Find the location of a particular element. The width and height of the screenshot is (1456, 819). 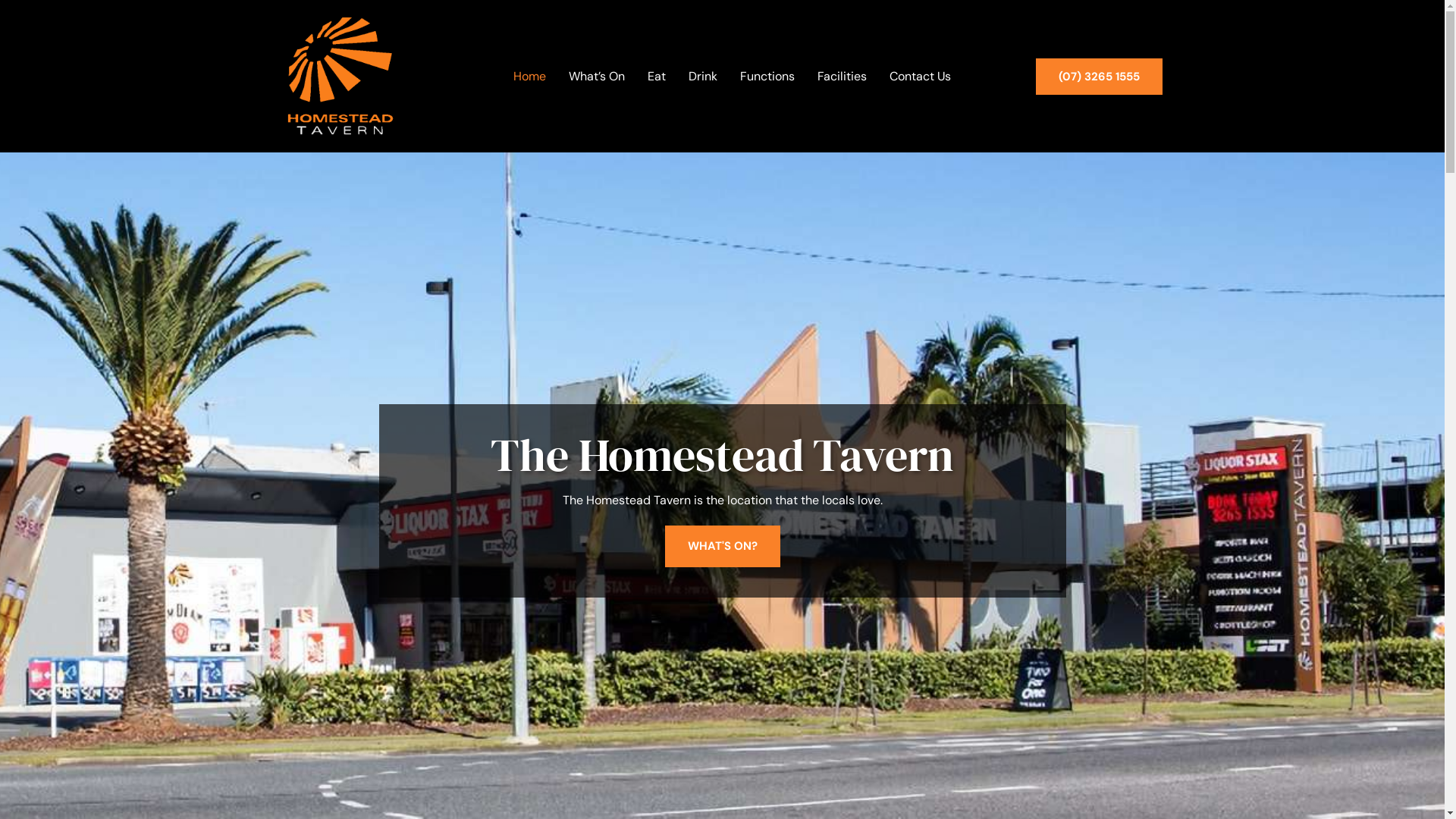

'Drink' is located at coordinates (679, 76).